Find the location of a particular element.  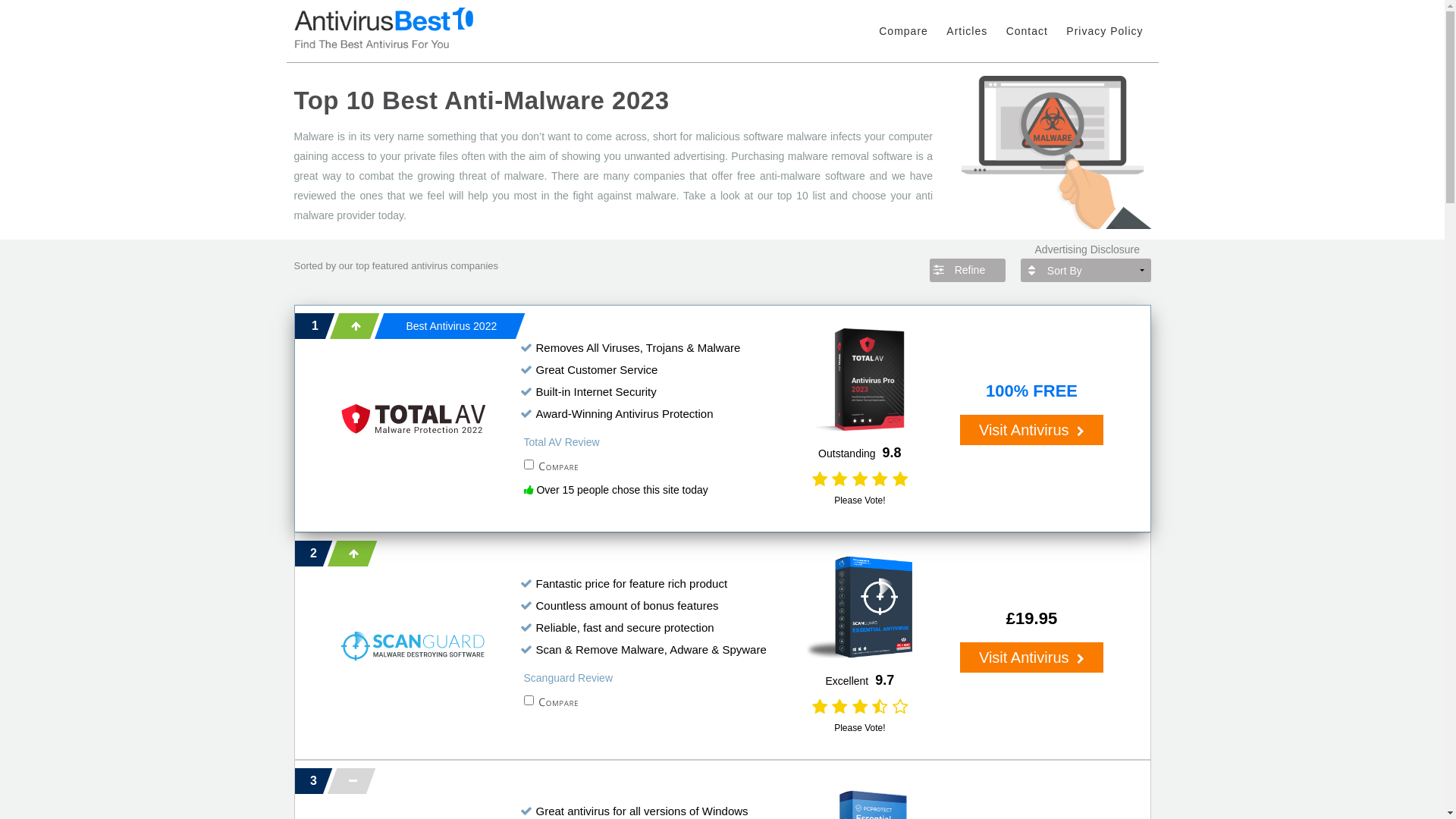

'Total AV Review' is located at coordinates (523, 442).